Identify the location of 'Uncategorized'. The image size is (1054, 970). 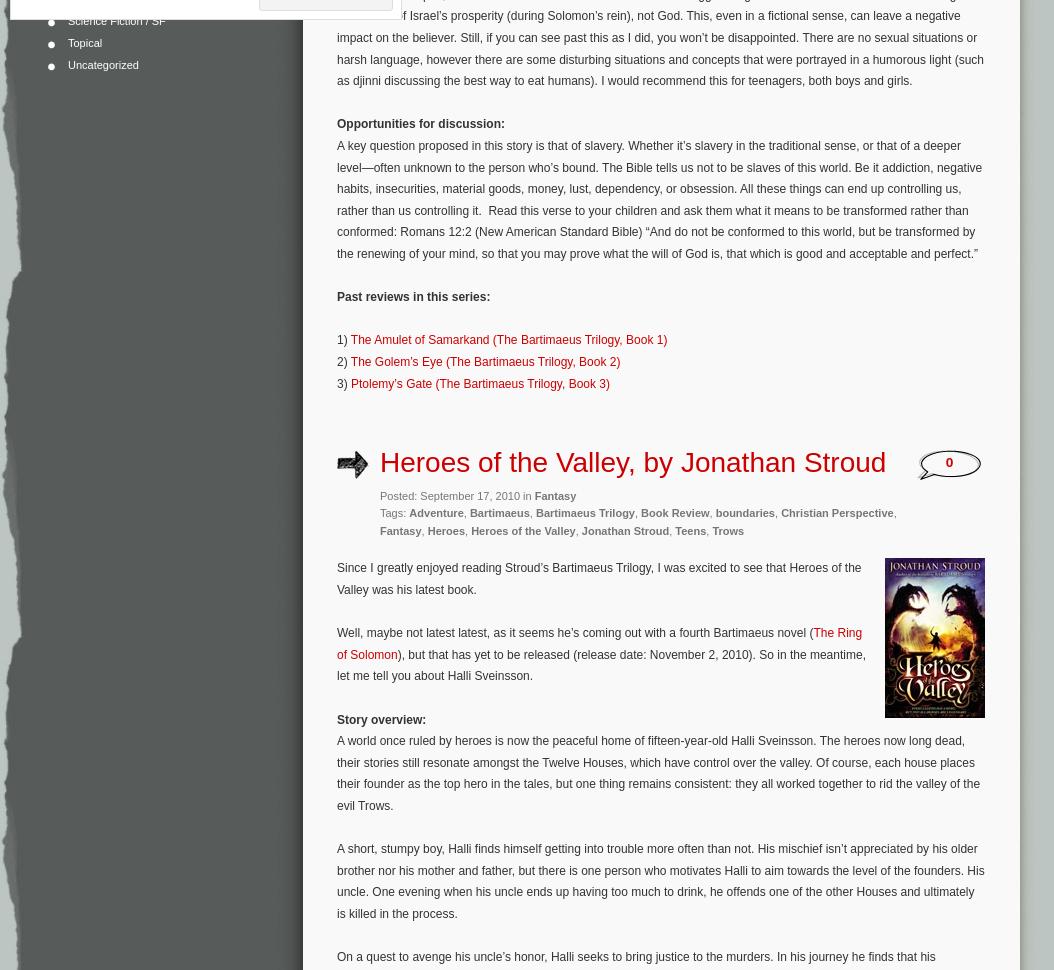
(101, 63).